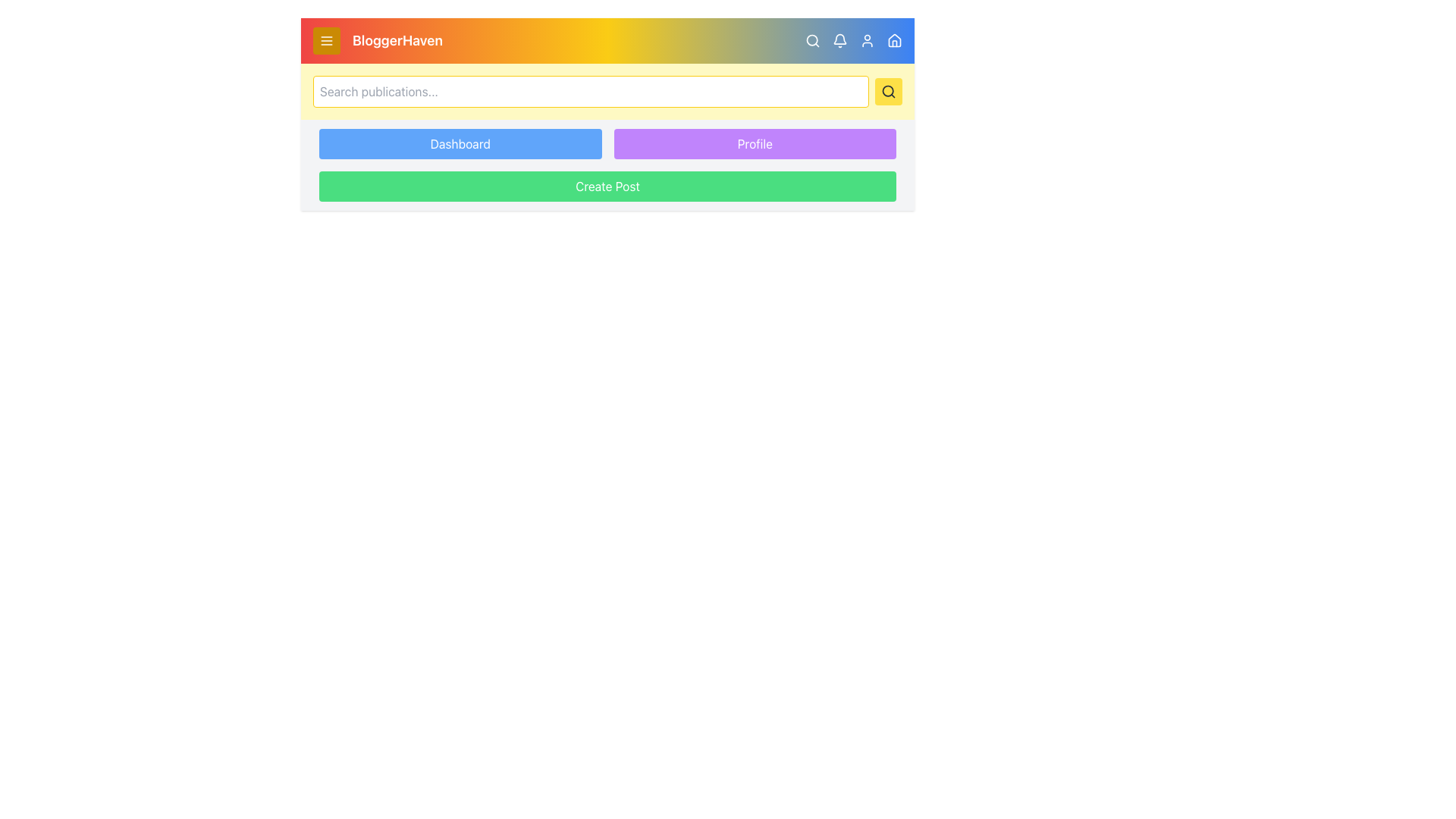 The height and width of the screenshot is (819, 1456). Describe the element at coordinates (378, 40) in the screenshot. I see `the text label 'BloggerHaven' which is styled in white, bold font on the left side of the header bar adjacent to the hamburger menu icon` at that location.